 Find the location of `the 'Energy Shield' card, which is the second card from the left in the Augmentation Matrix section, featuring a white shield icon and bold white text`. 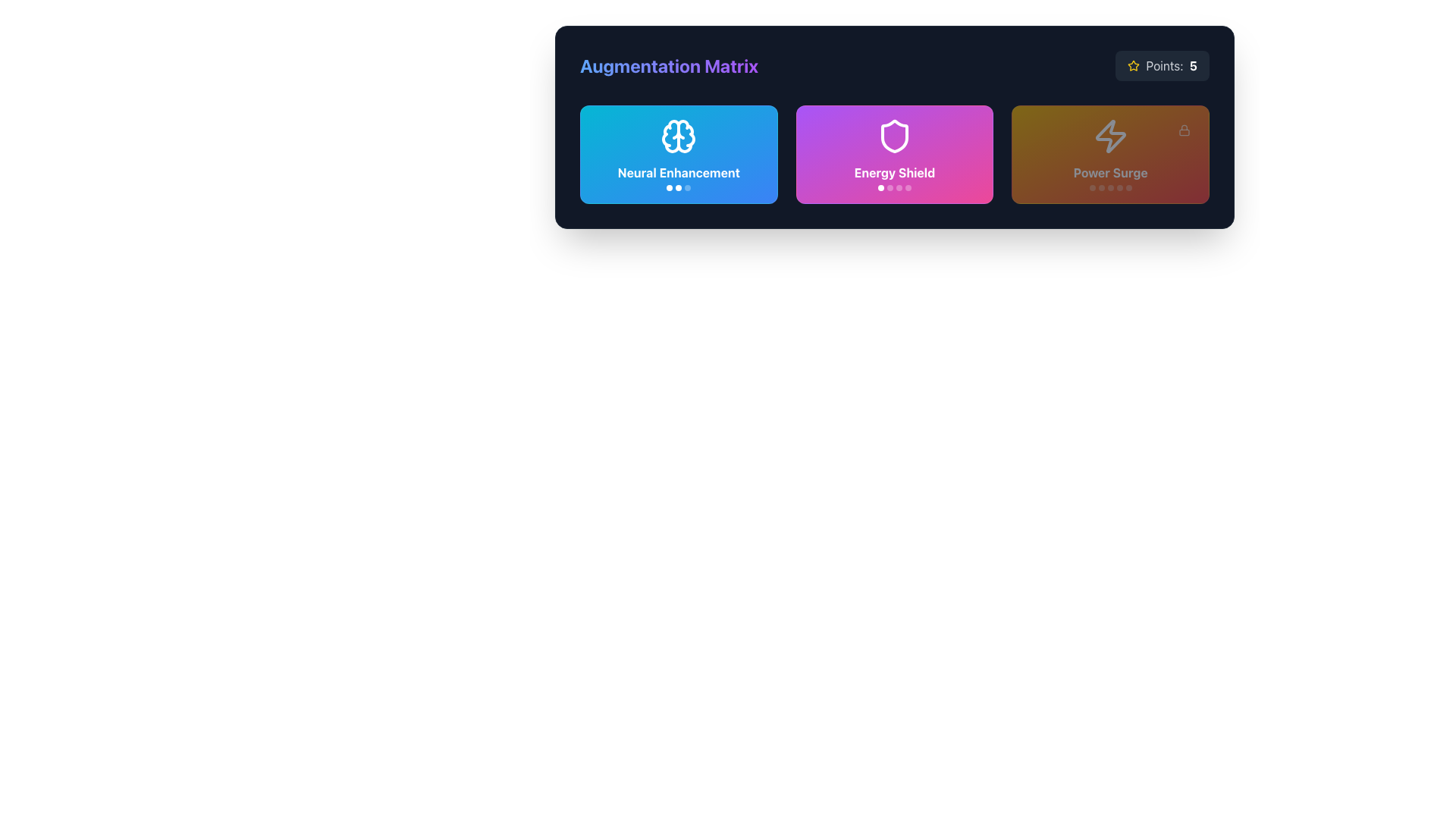

the 'Energy Shield' card, which is the second card from the left in the Augmentation Matrix section, featuring a white shield icon and bold white text is located at coordinates (895, 127).